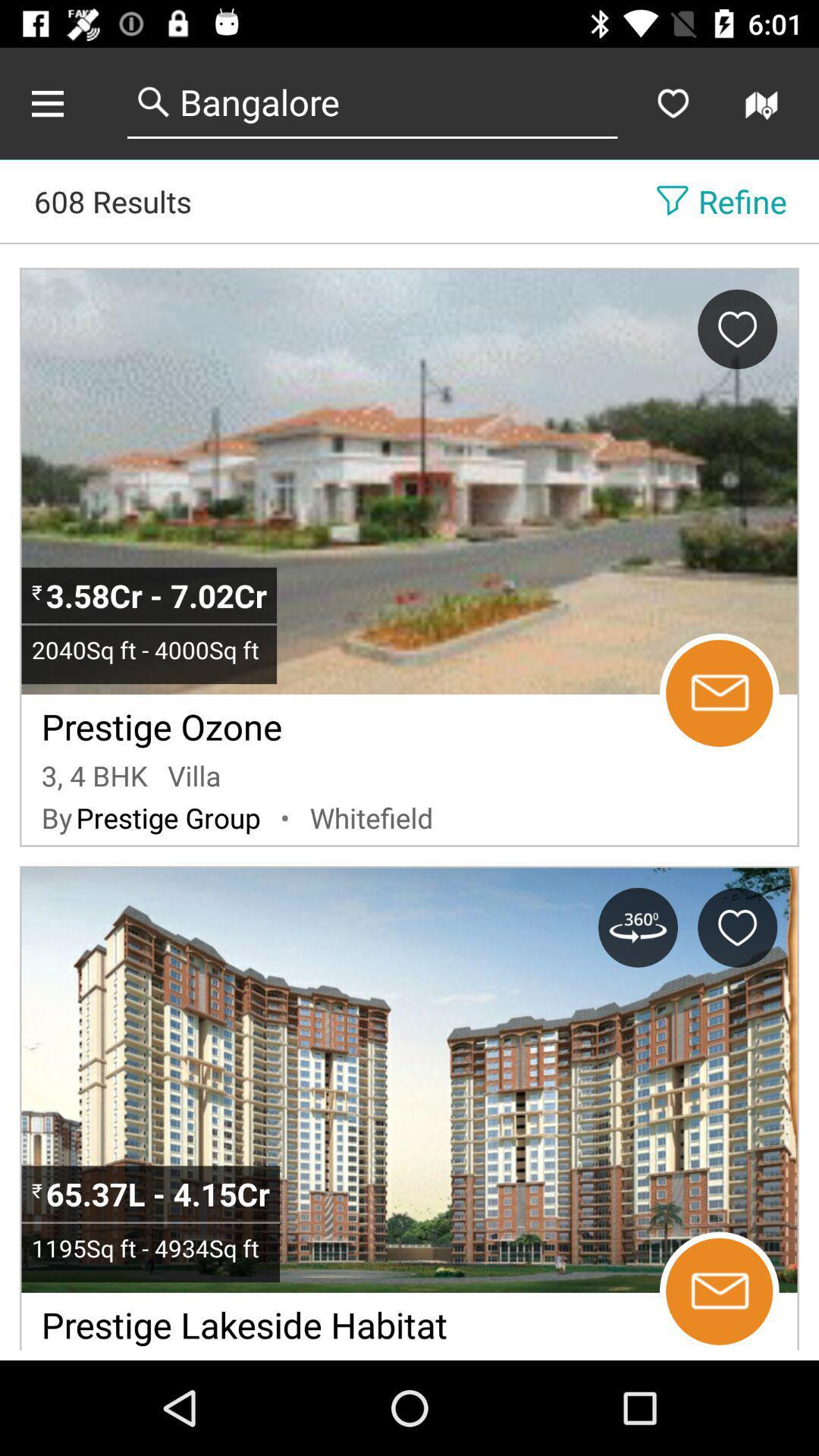  I want to click on buscar una vivienda, so click(764, 102).